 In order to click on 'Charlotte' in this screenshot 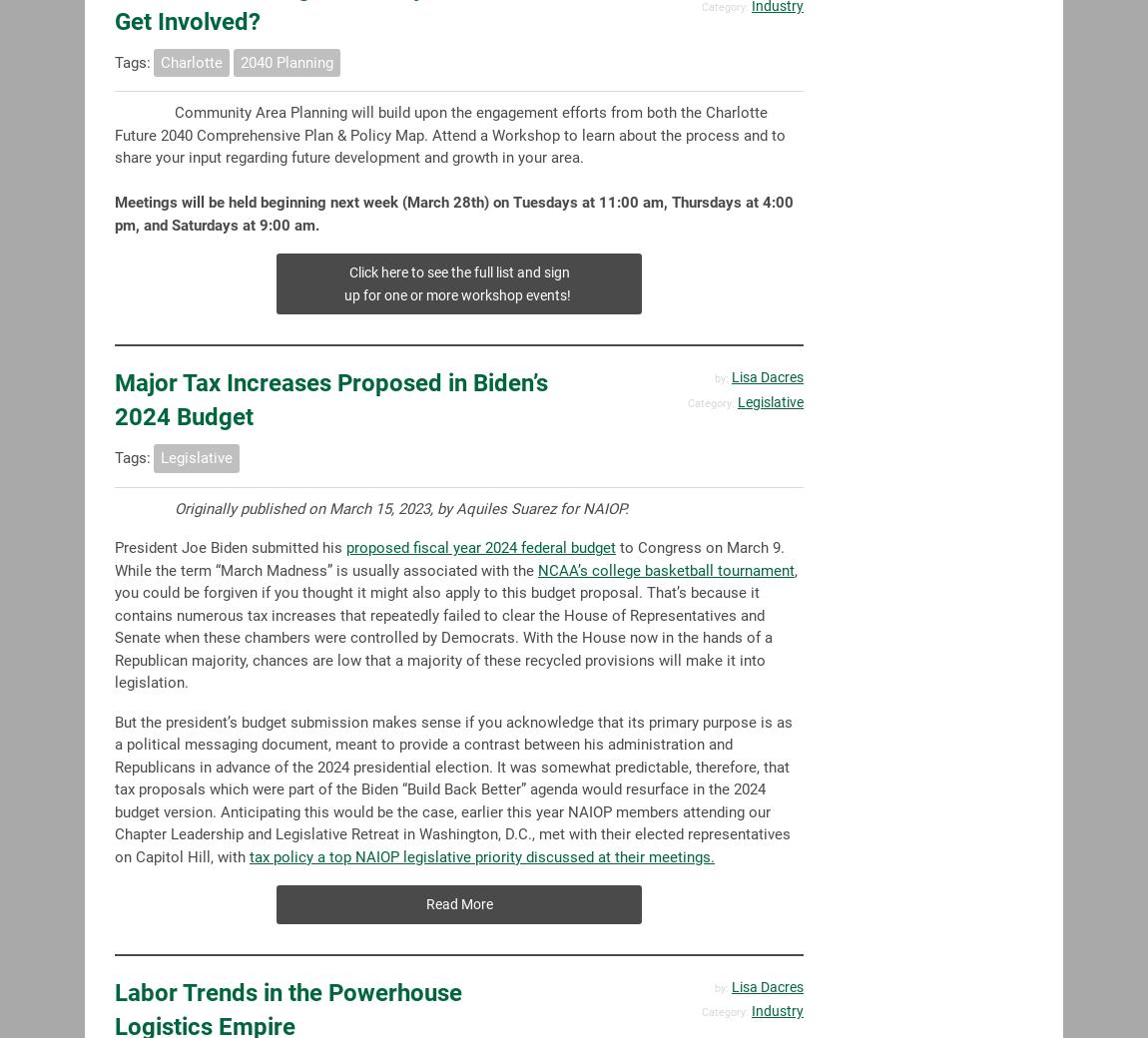, I will do `click(191, 60)`.